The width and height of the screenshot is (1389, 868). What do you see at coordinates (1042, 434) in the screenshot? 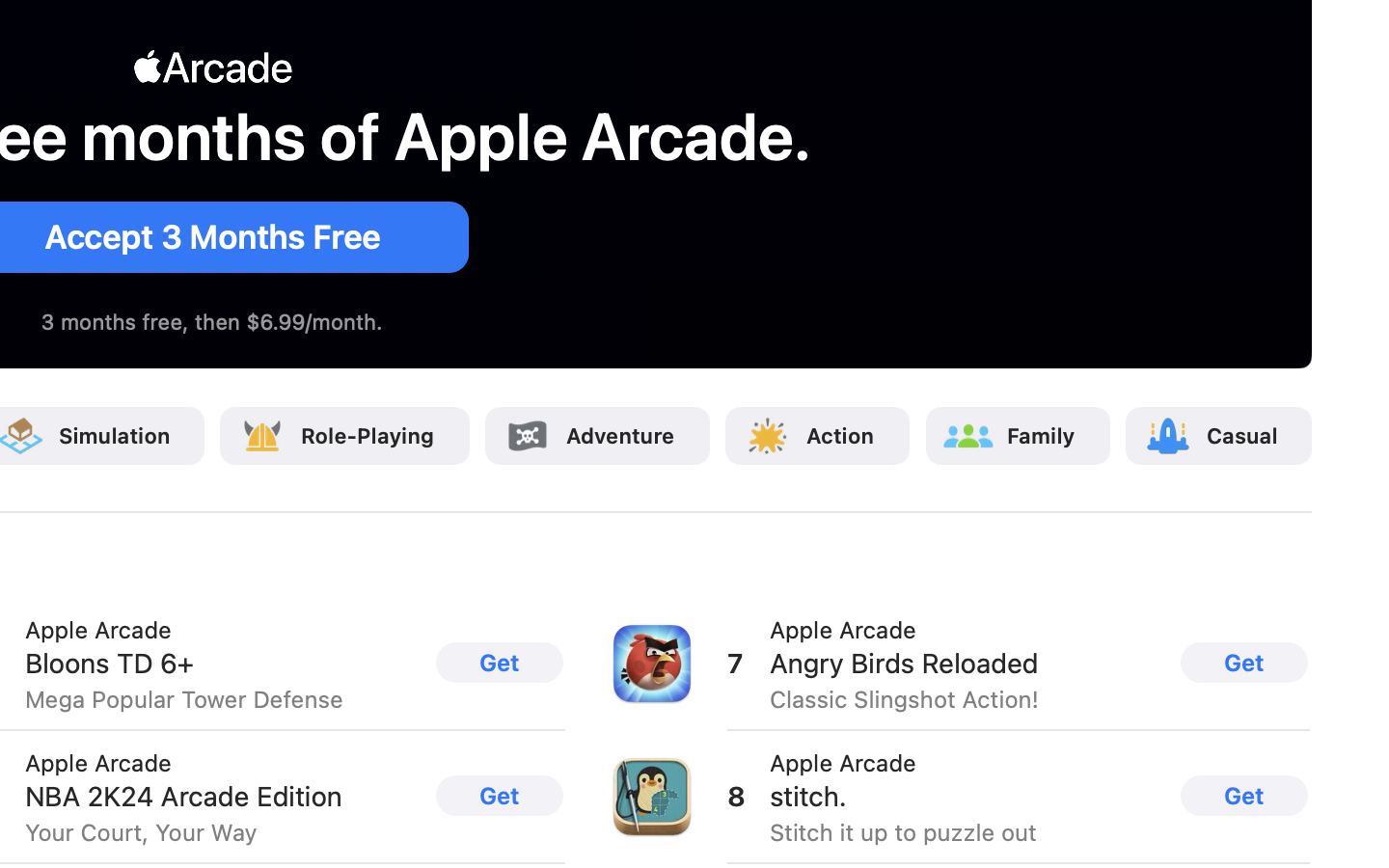
I see `'Family'` at bounding box center [1042, 434].